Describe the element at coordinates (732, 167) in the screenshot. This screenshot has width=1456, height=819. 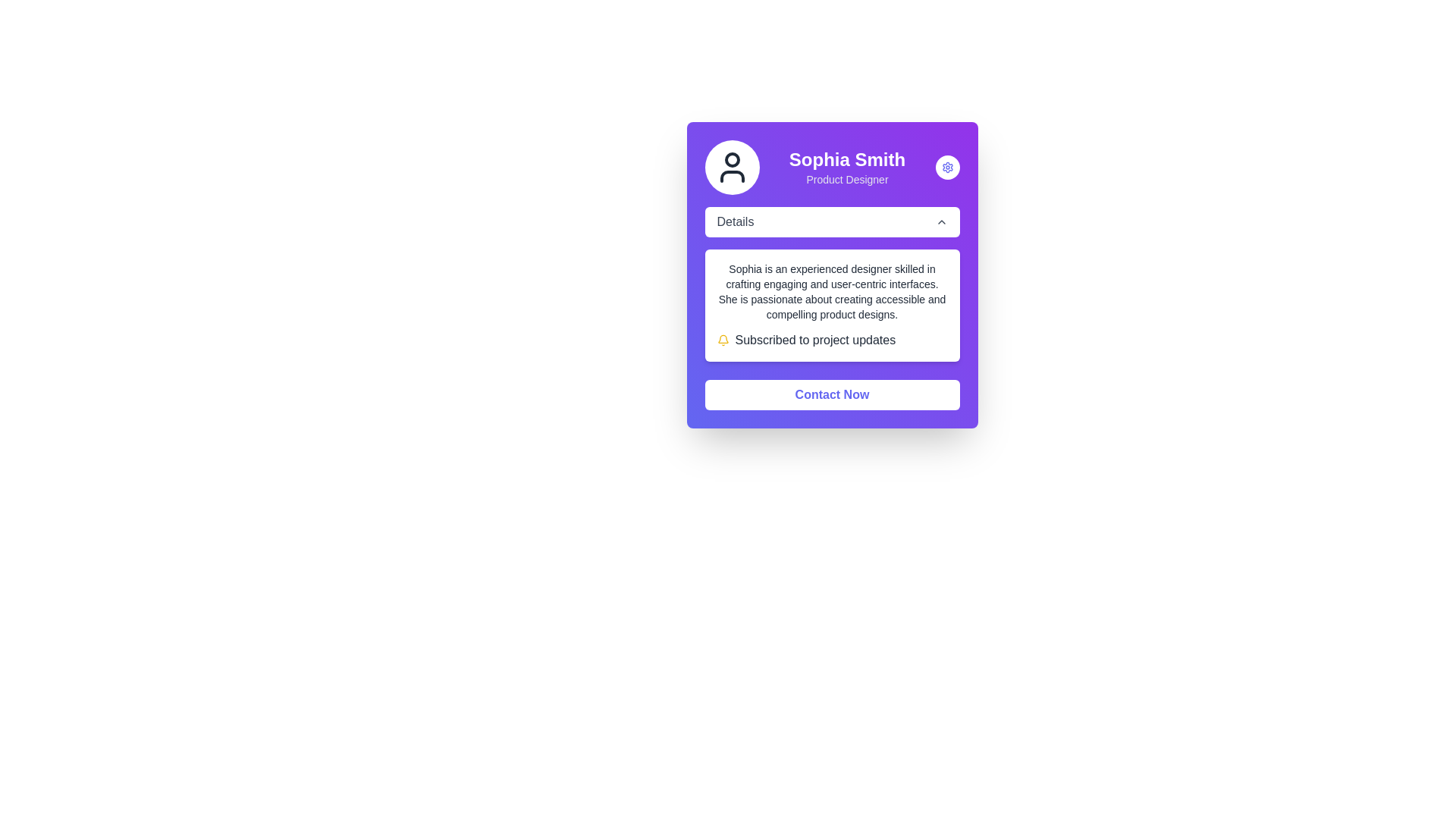
I see `the profile icon located in the top-left corner of the profile widget, which serves as a visual representation of a user or profile` at that location.